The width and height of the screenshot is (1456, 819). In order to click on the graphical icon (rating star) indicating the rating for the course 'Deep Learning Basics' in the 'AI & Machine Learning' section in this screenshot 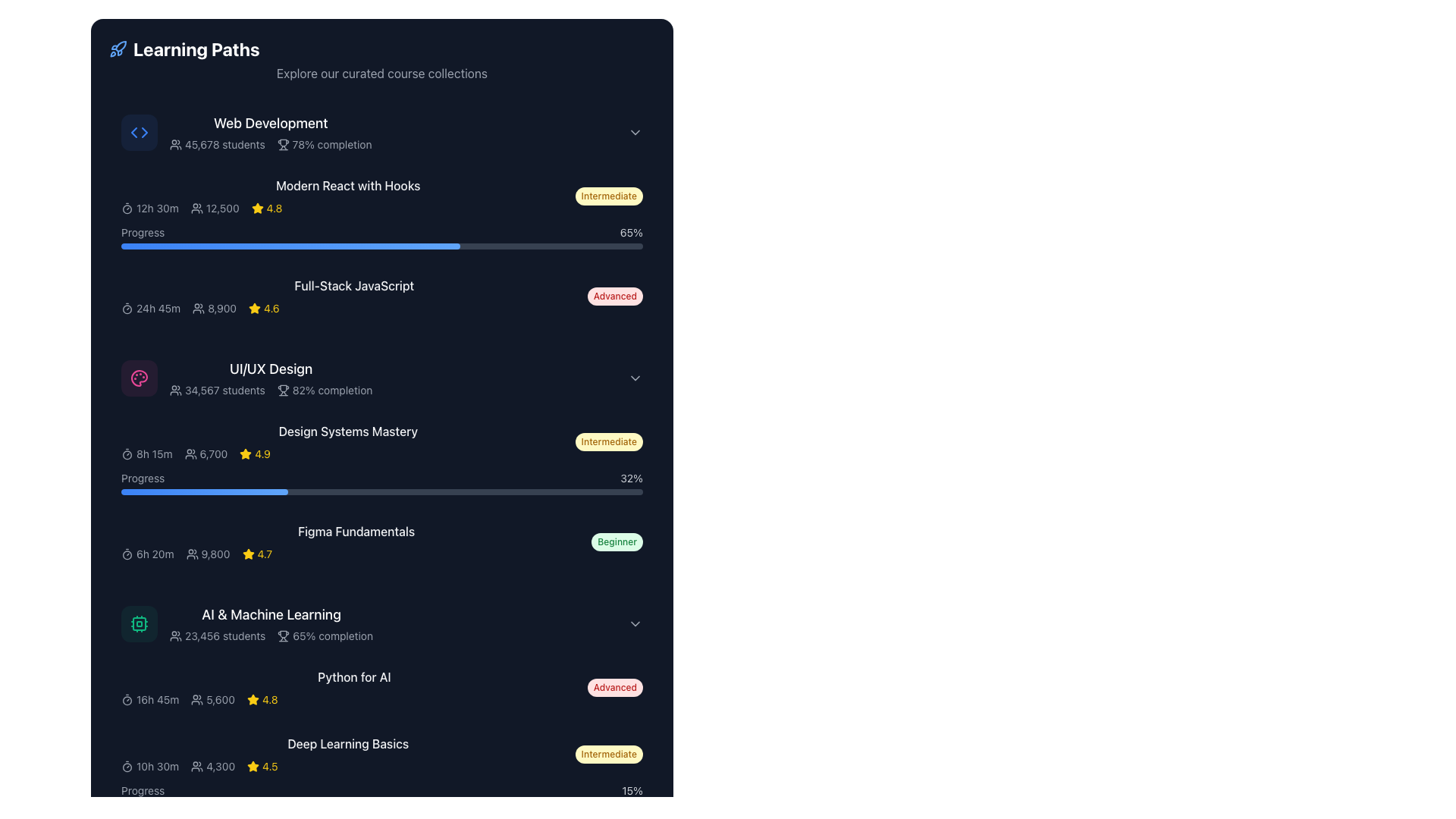, I will do `click(253, 766)`.